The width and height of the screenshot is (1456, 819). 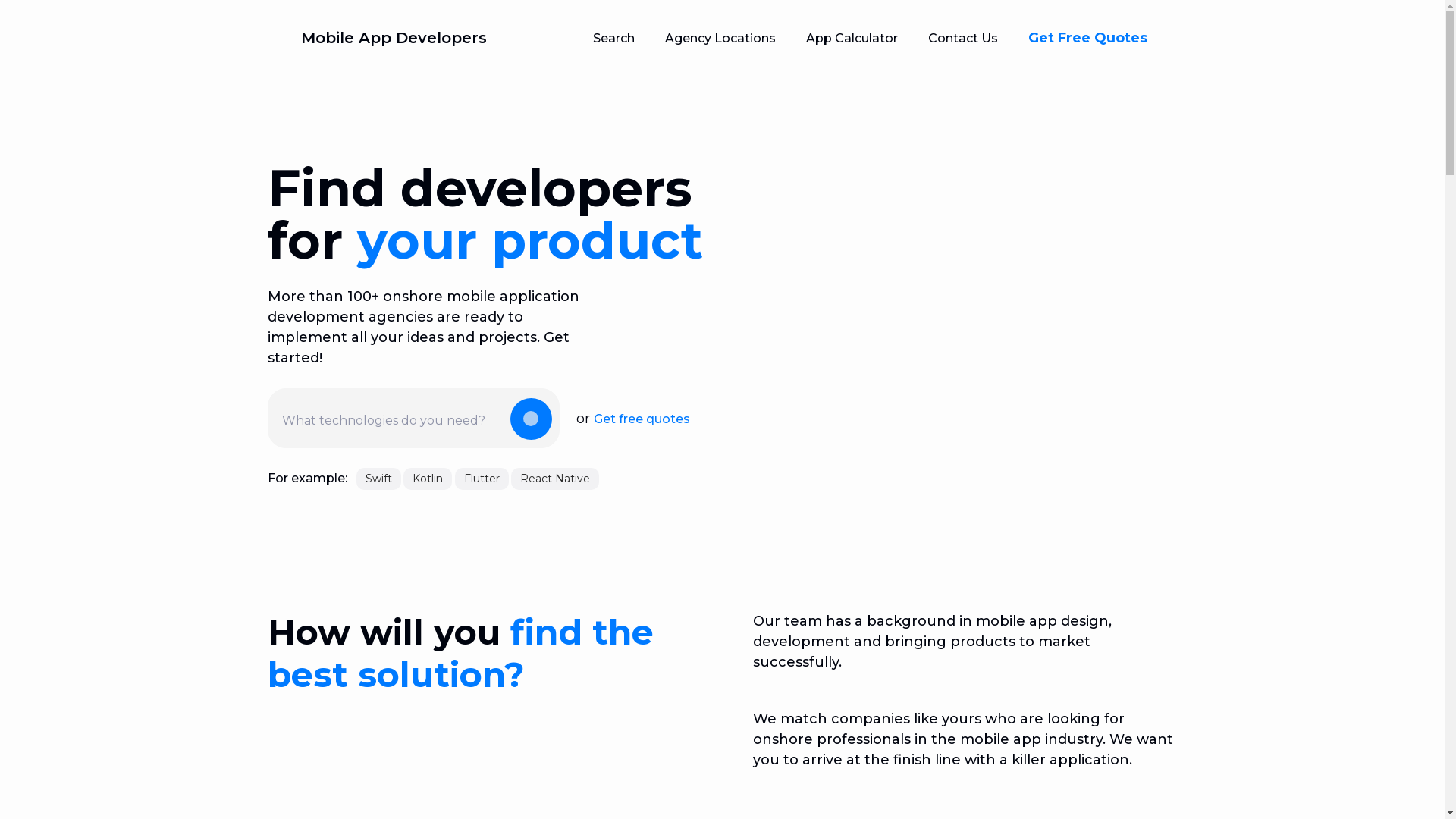 What do you see at coordinates (356, 479) in the screenshot?
I see `'Swift'` at bounding box center [356, 479].